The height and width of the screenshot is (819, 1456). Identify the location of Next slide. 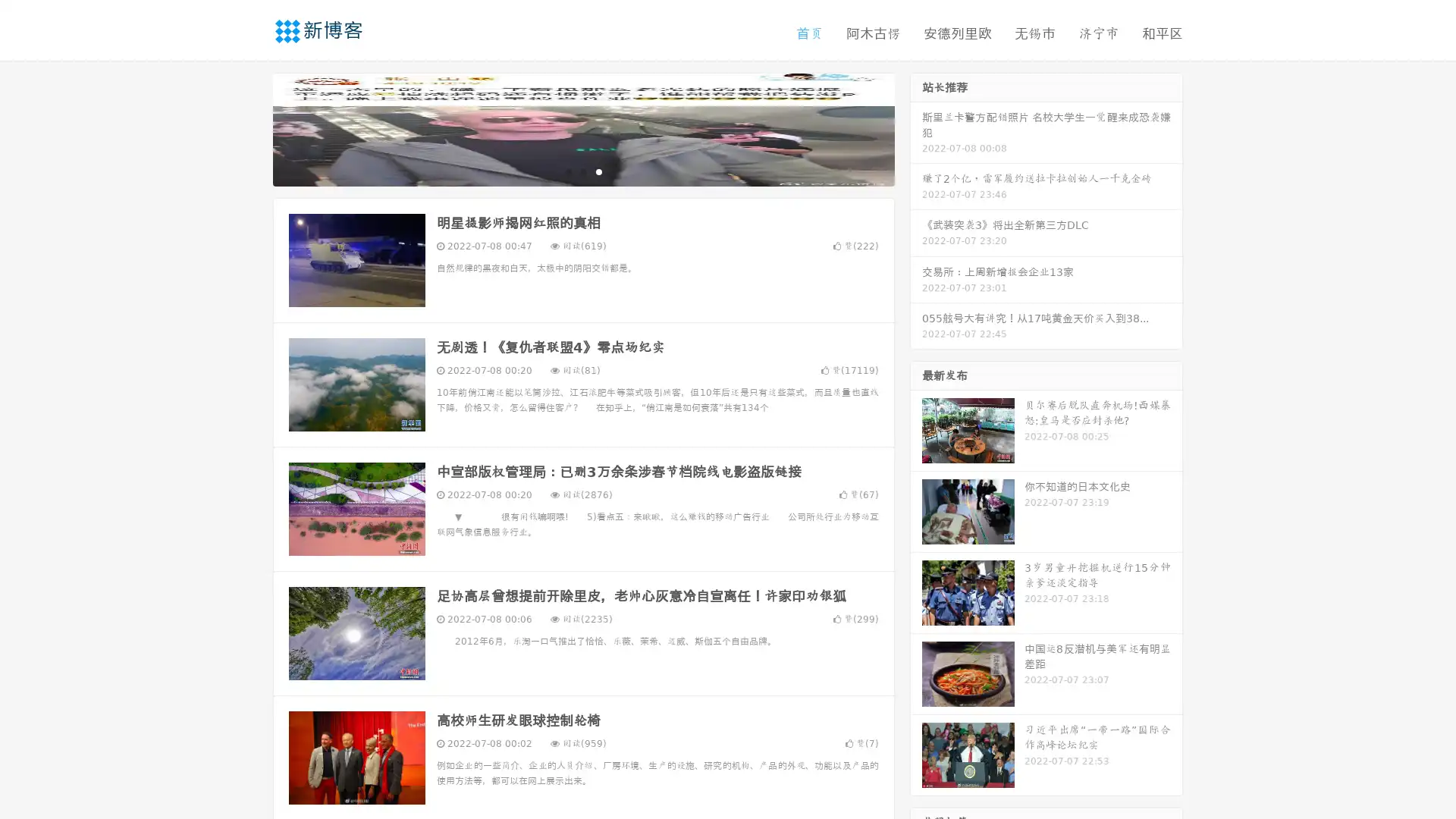
(916, 127).